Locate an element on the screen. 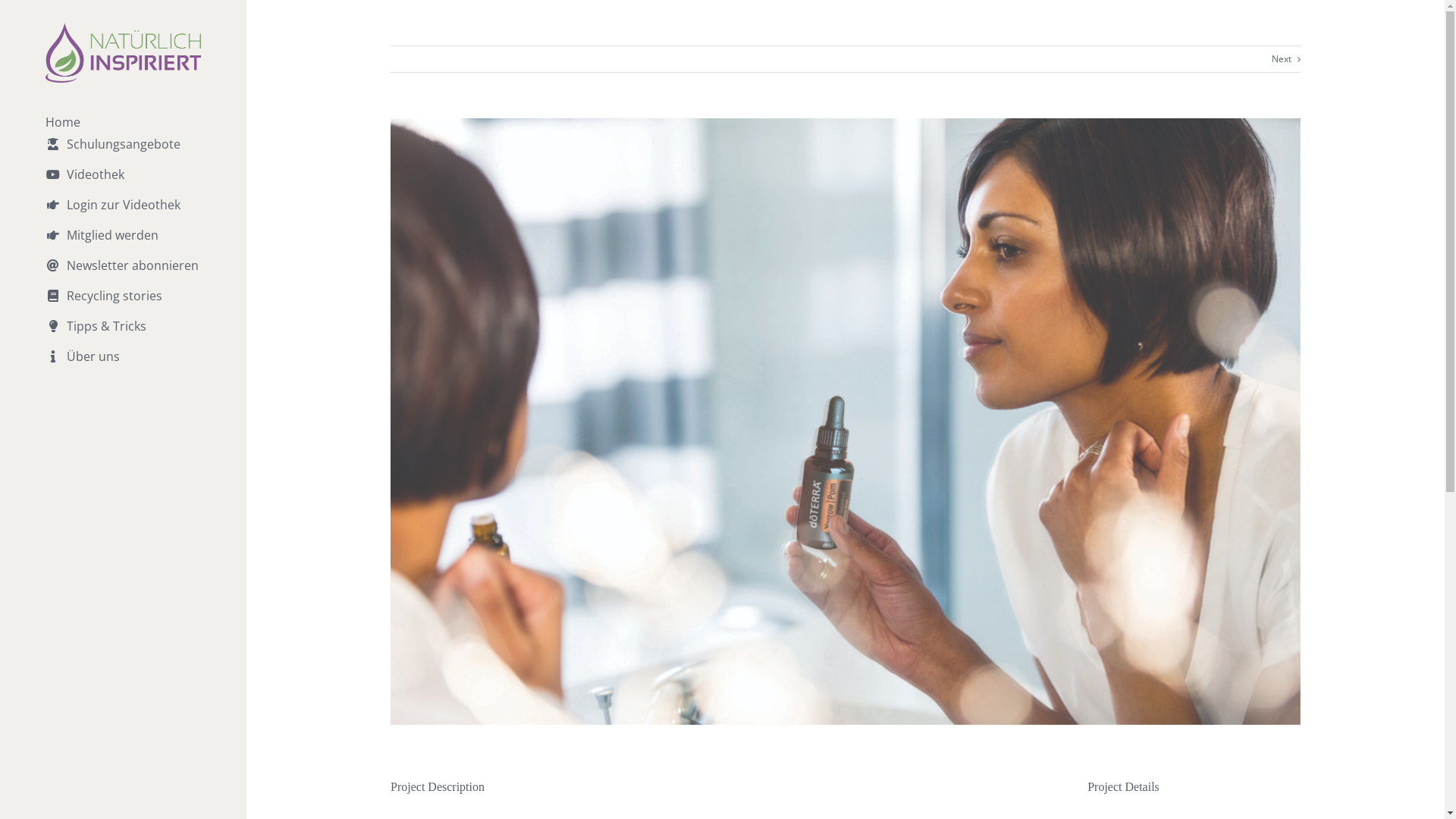 Image resolution: width=1456 pixels, height=819 pixels. 'Home' is located at coordinates (123, 121).